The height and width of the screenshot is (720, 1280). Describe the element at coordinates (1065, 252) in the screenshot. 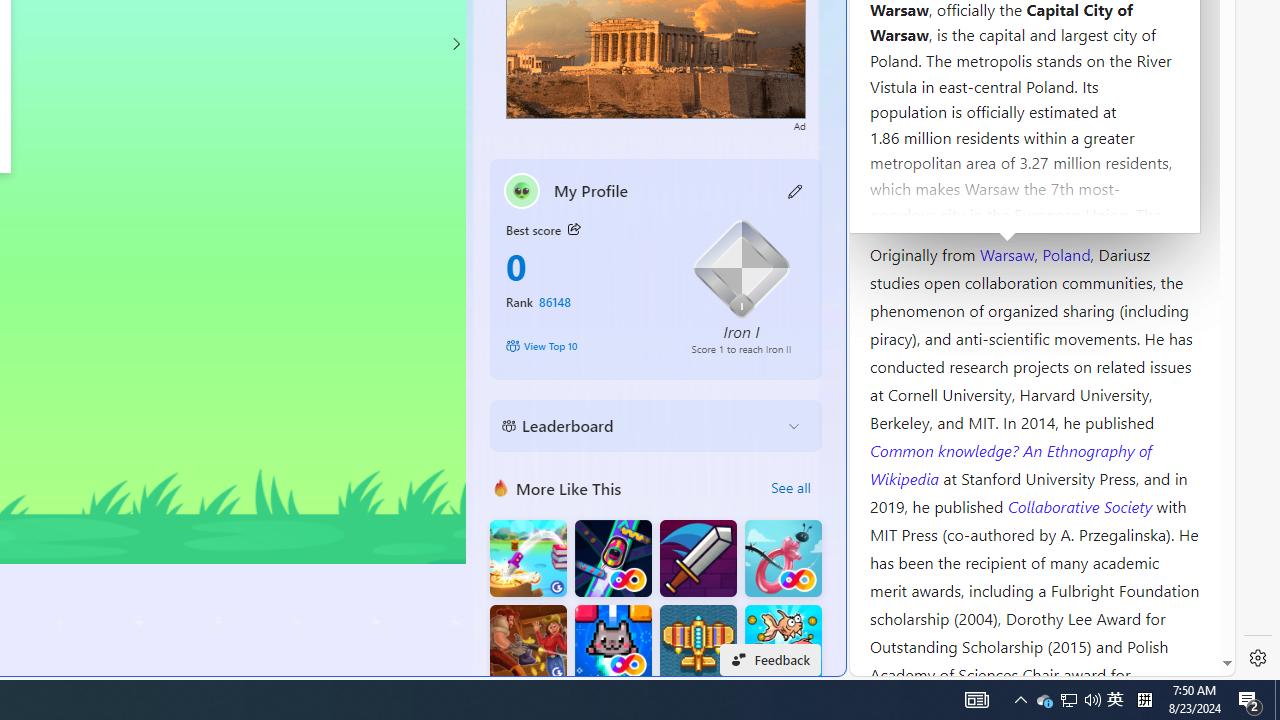

I see `'Poland'` at that location.